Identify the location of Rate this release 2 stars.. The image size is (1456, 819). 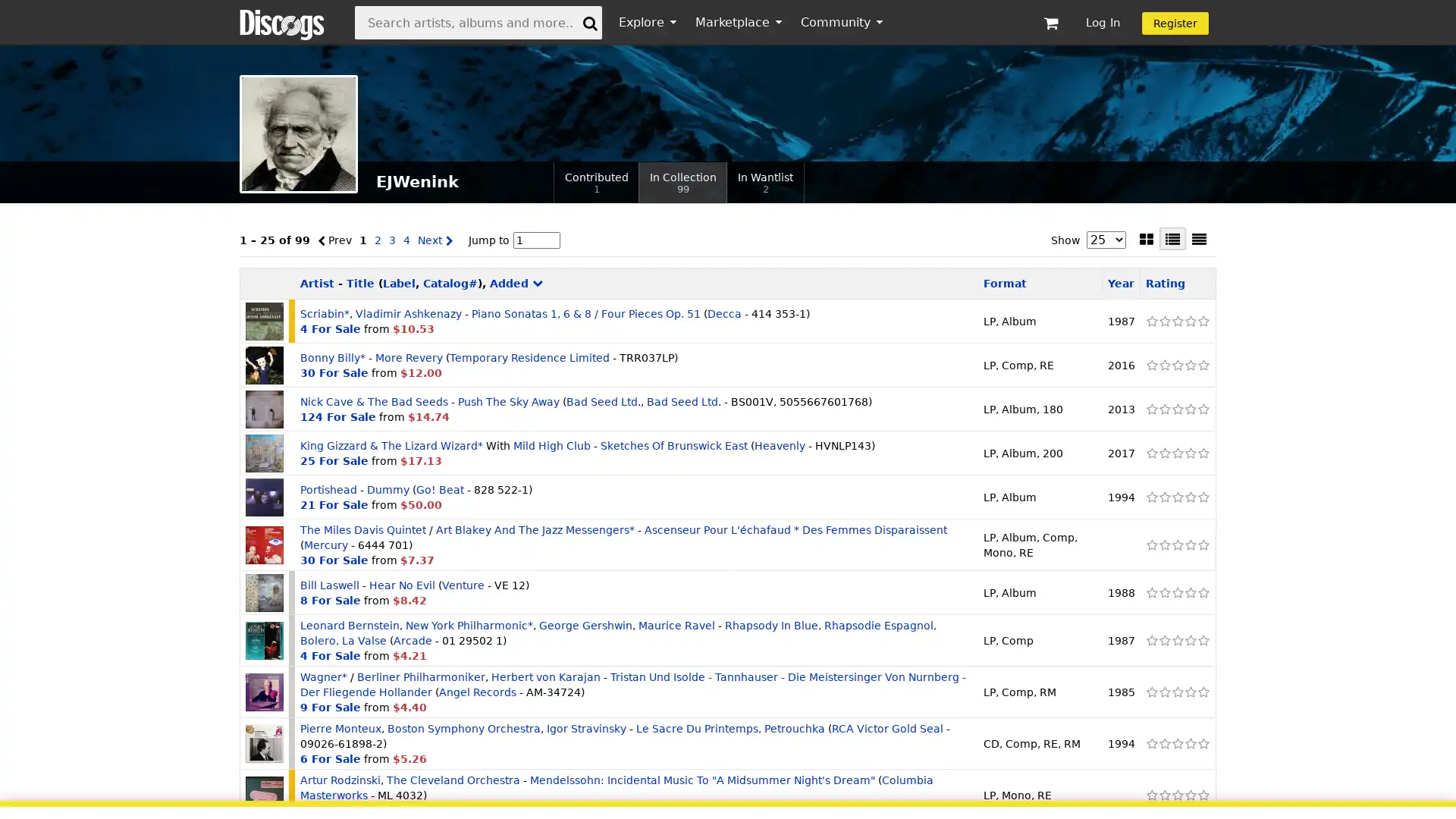
(1163, 544).